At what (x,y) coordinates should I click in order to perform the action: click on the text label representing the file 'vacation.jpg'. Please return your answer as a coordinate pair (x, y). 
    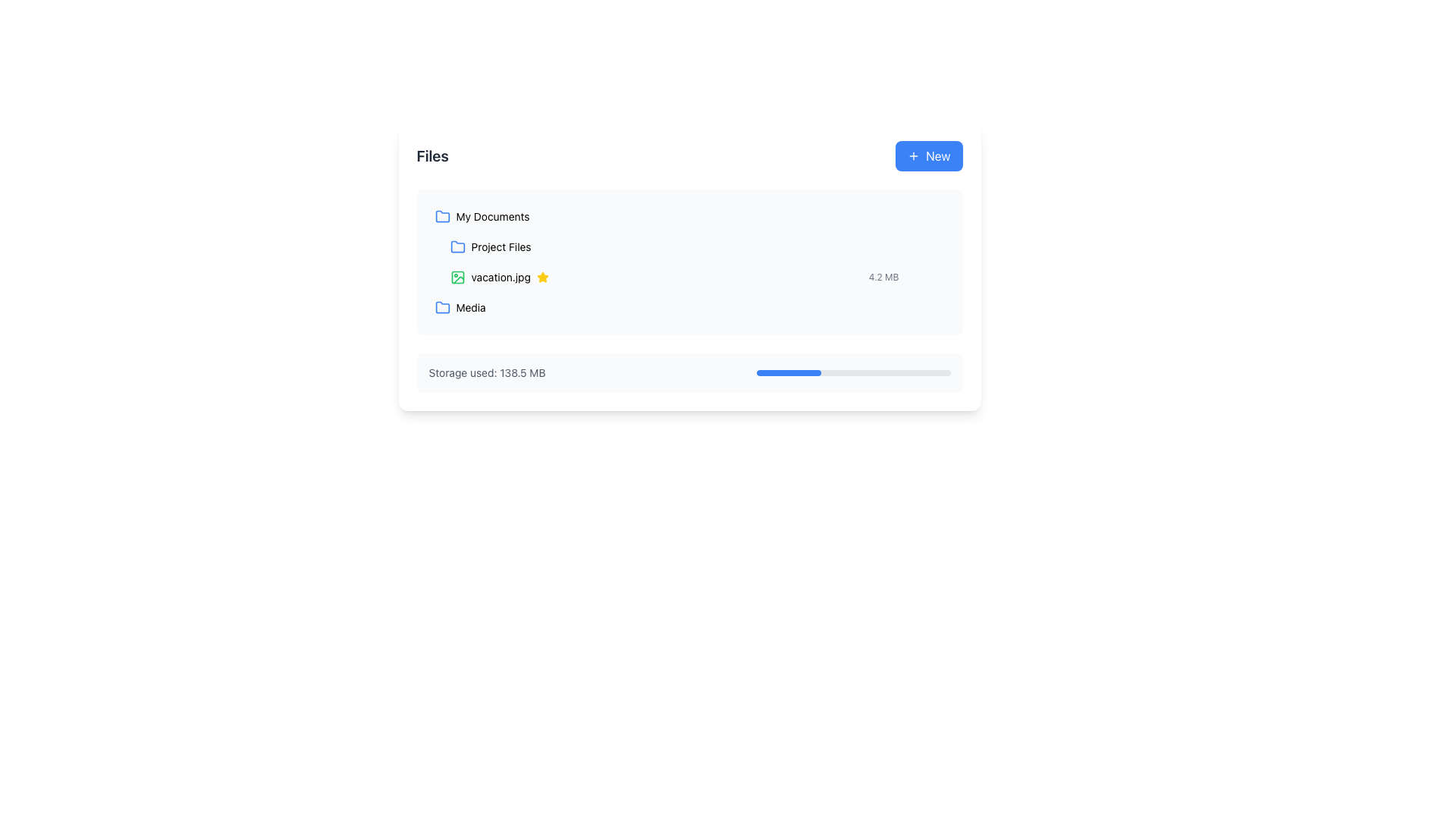
    Looking at the image, I should click on (500, 278).